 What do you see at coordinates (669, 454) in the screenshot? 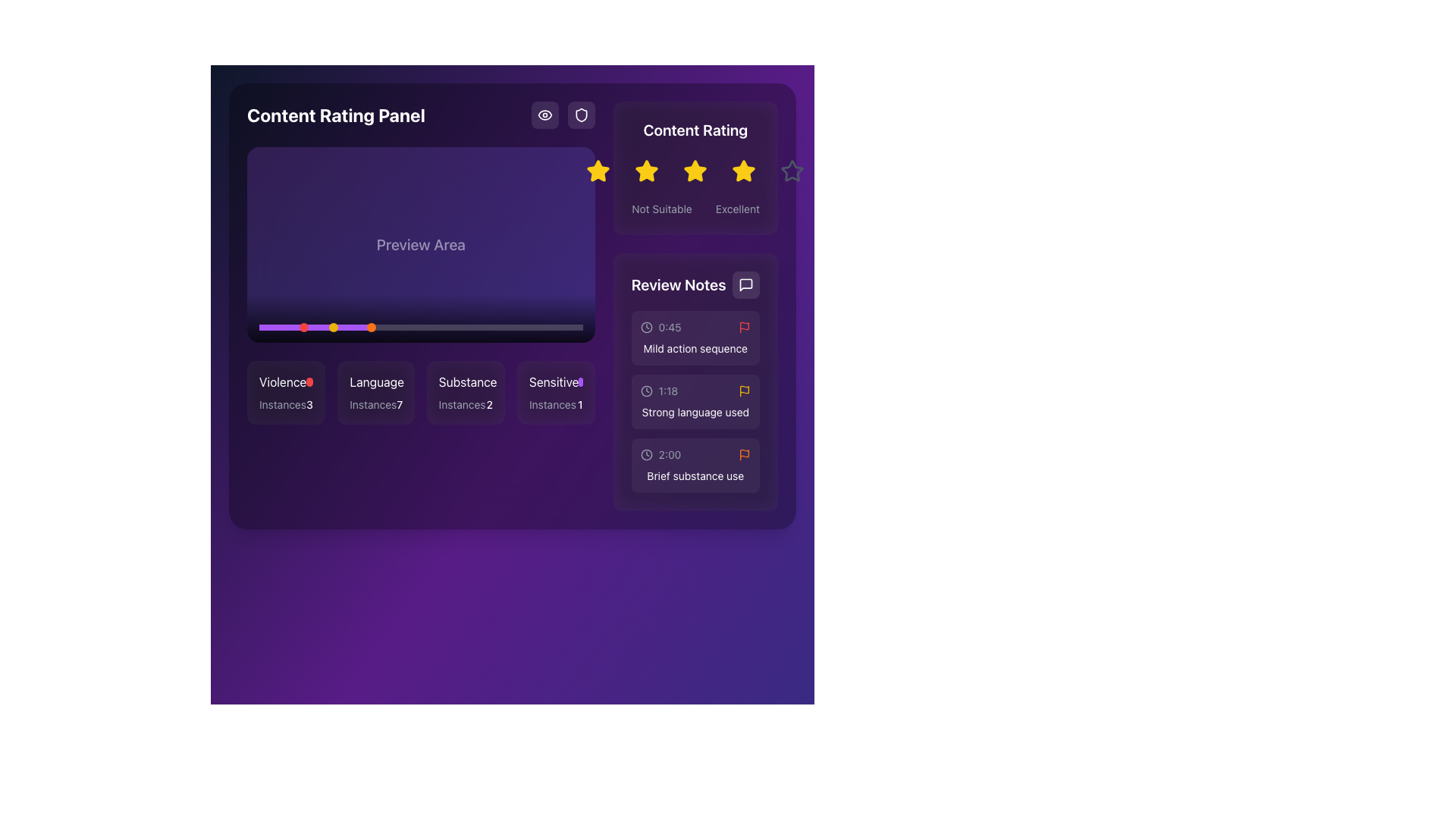
I see `the static text label displaying '2:00' in the 'Review Notes' section, which is styled in light gray and located next to the clock icon` at bounding box center [669, 454].